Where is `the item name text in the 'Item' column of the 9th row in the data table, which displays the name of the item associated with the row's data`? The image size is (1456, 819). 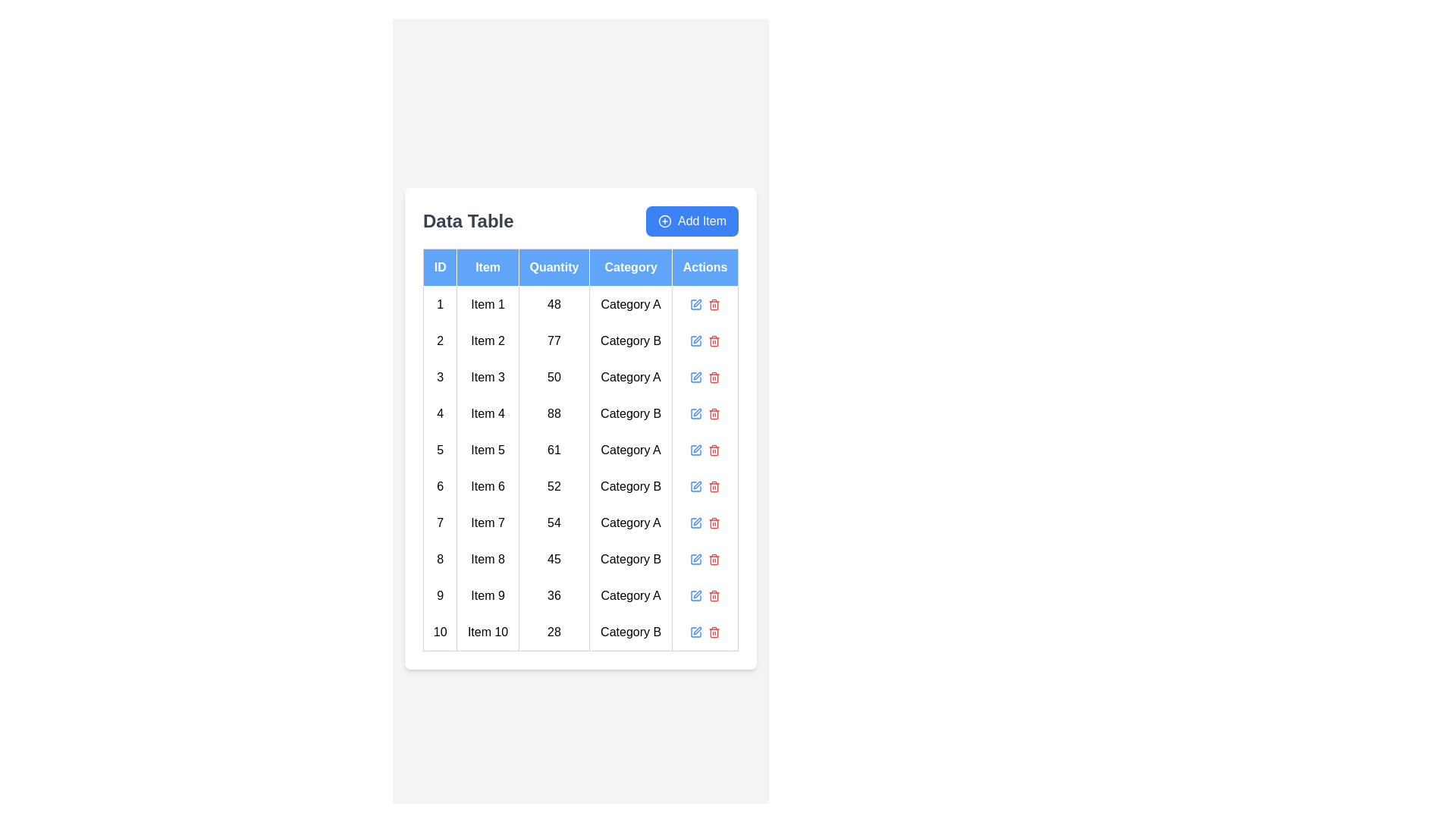 the item name text in the 'Item' column of the 9th row in the data table, which displays the name of the item associated with the row's data is located at coordinates (488, 595).